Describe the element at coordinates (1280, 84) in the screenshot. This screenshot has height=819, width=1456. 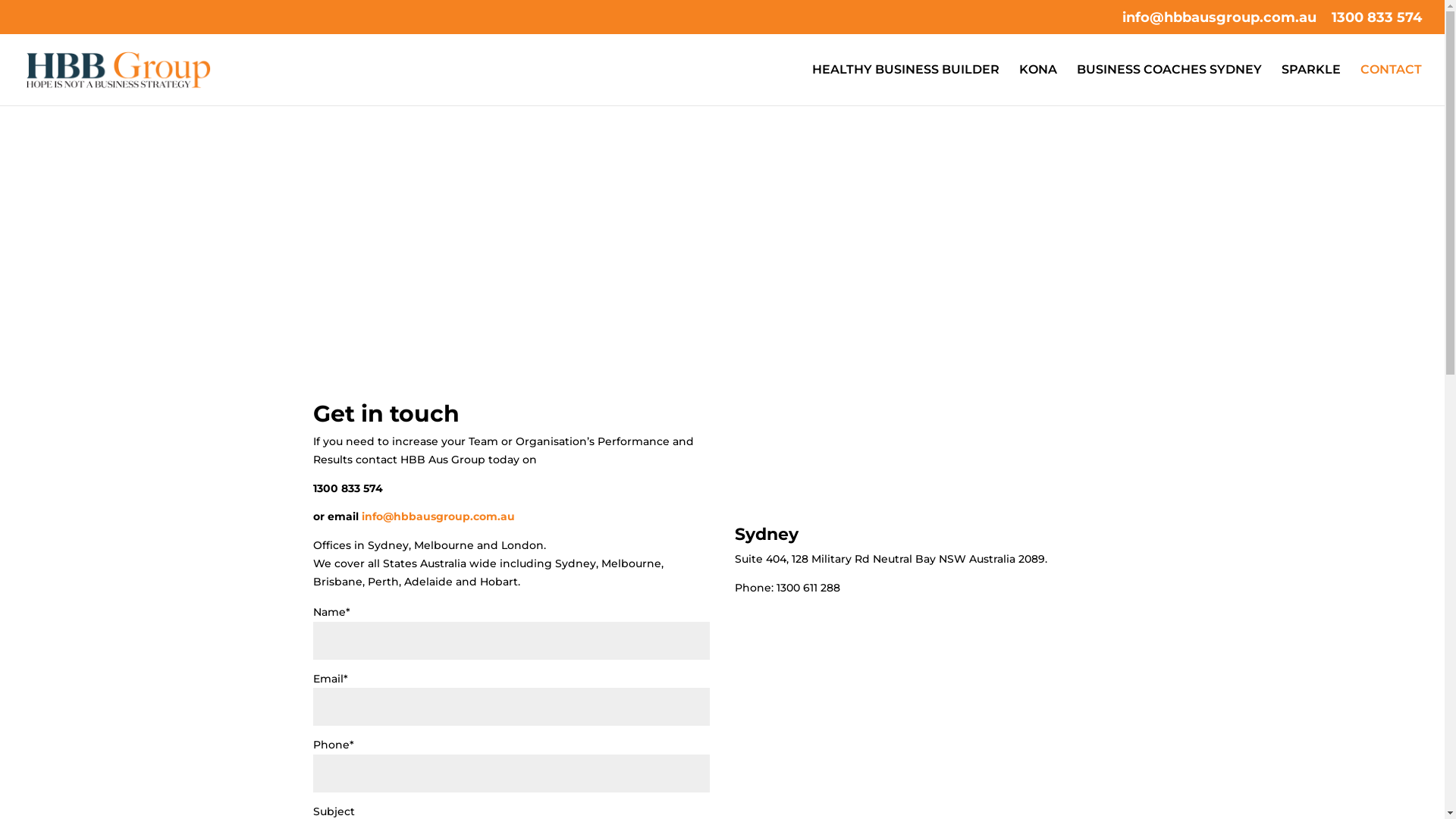
I see `'SPARKLE'` at that location.